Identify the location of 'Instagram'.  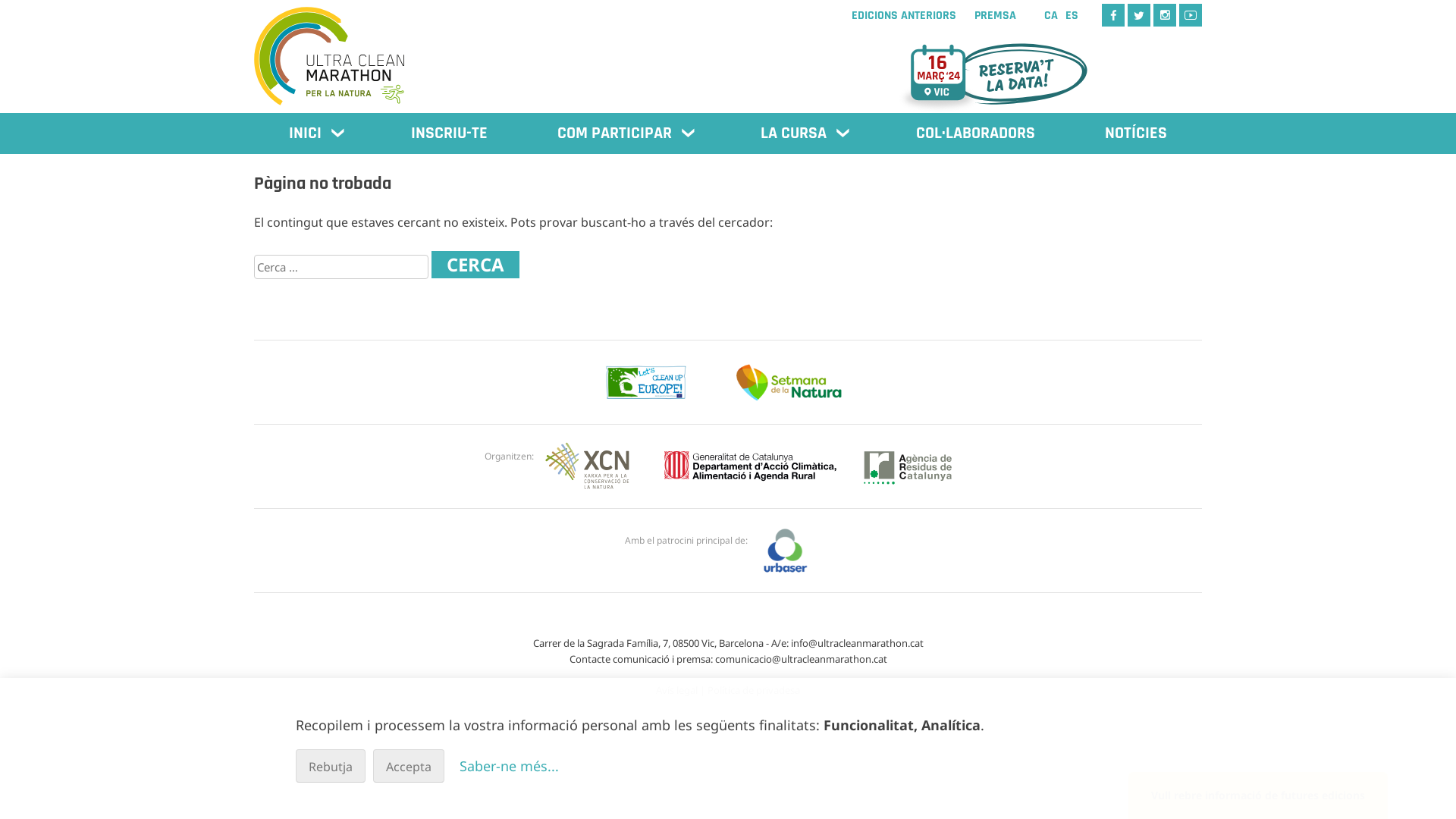
(1153, 14).